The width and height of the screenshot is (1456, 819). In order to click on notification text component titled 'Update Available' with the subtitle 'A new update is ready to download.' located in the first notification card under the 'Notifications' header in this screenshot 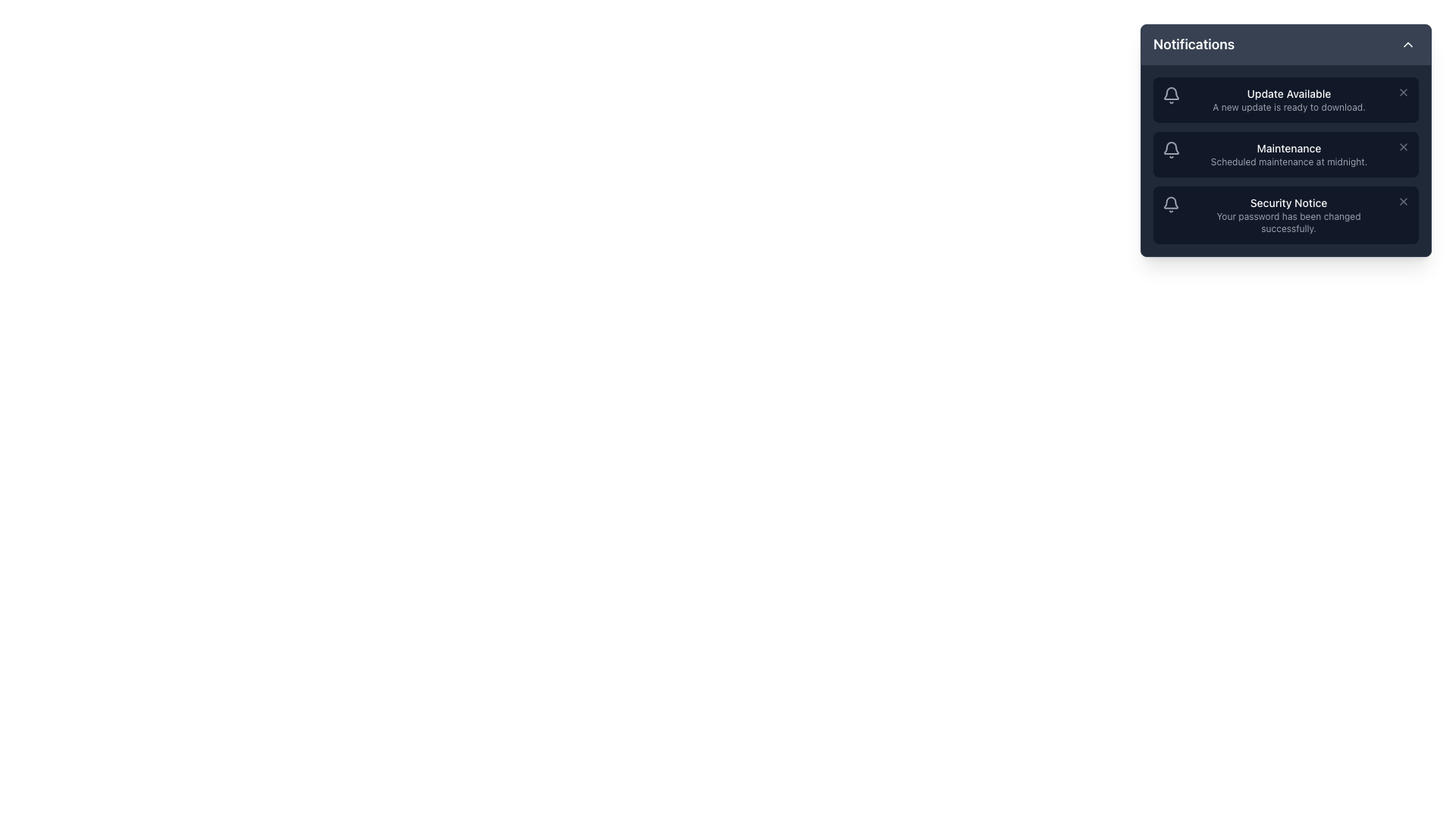, I will do `click(1288, 99)`.